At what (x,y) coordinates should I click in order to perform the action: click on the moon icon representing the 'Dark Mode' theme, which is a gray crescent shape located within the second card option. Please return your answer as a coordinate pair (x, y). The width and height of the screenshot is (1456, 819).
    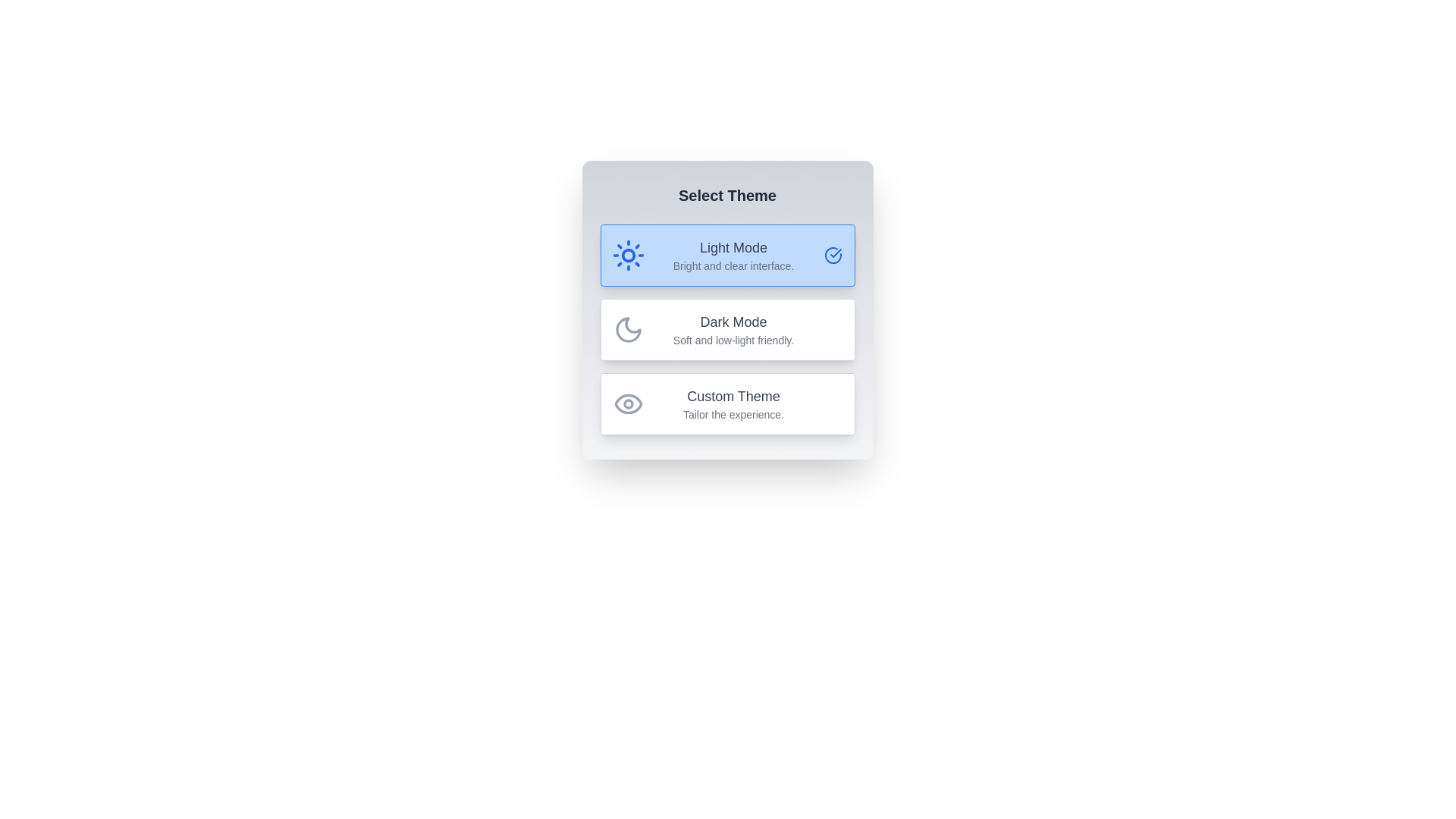
    Looking at the image, I should click on (628, 329).